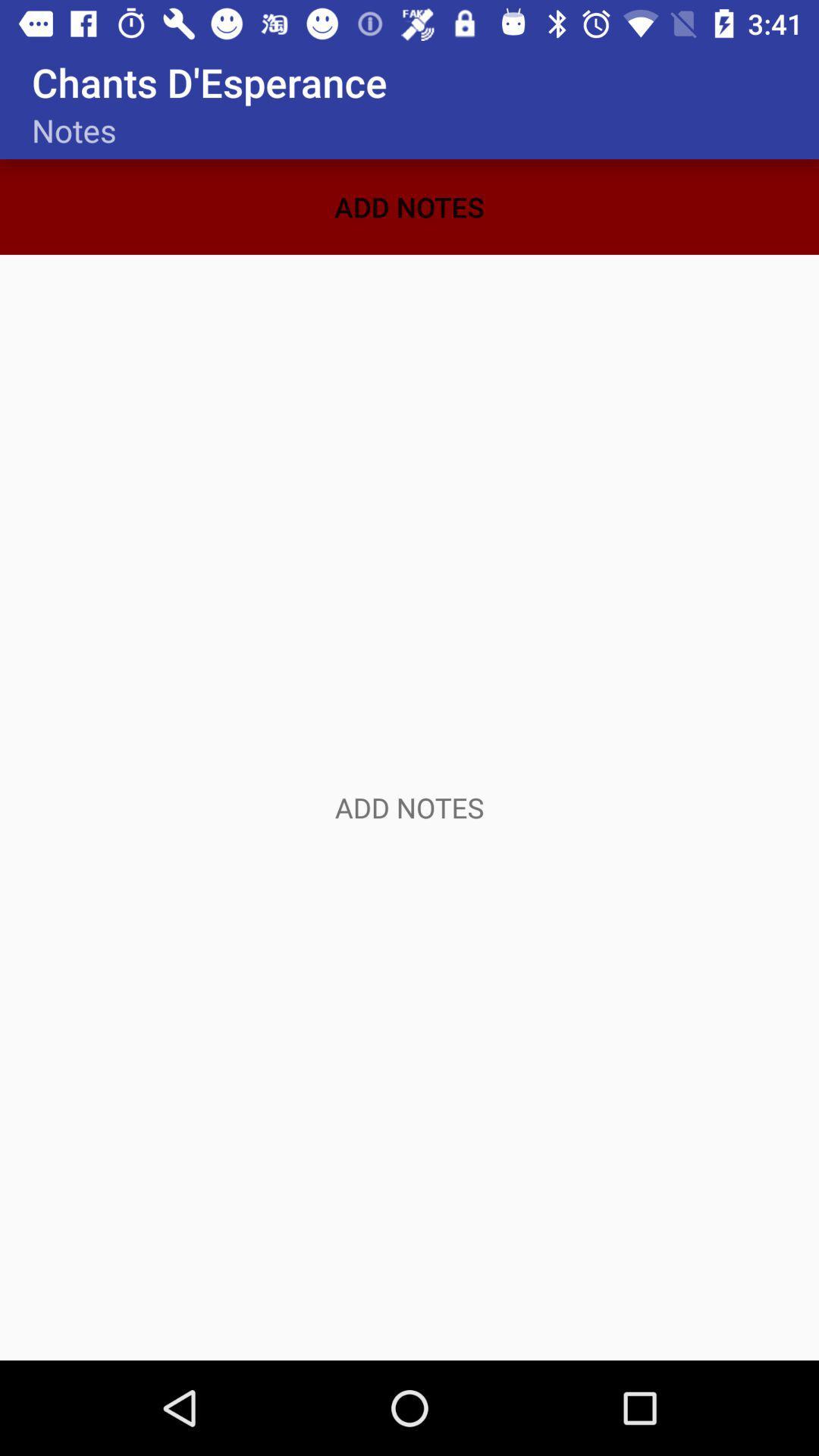 This screenshot has height=1456, width=819. Describe the element at coordinates (409, 807) in the screenshot. I see `icon below add notes icon` at that location.